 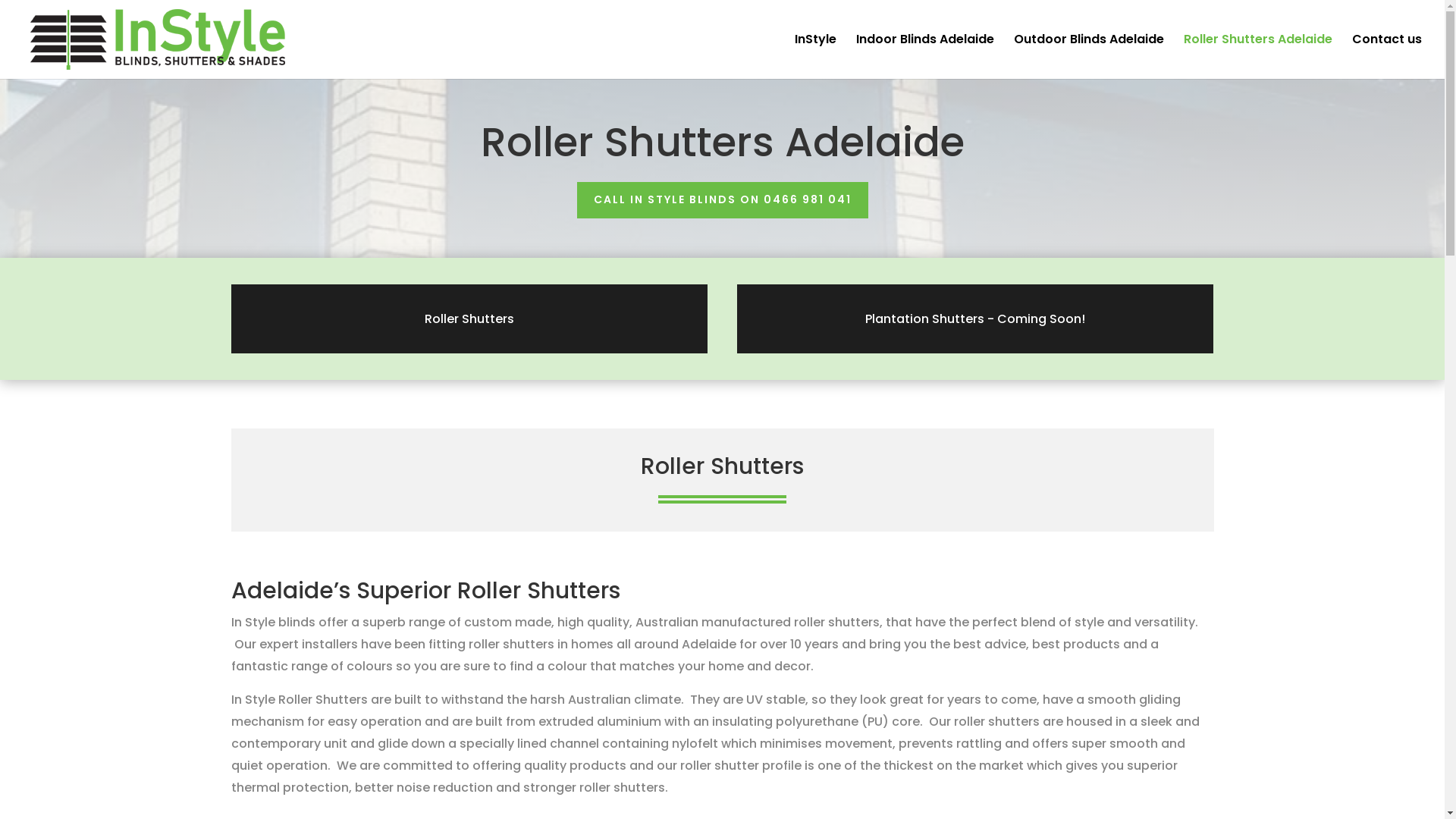 What do you see at coordinates (1351, 55) in the screenshot?
I see `'Contact us'` at bounding box center [1351, 55].